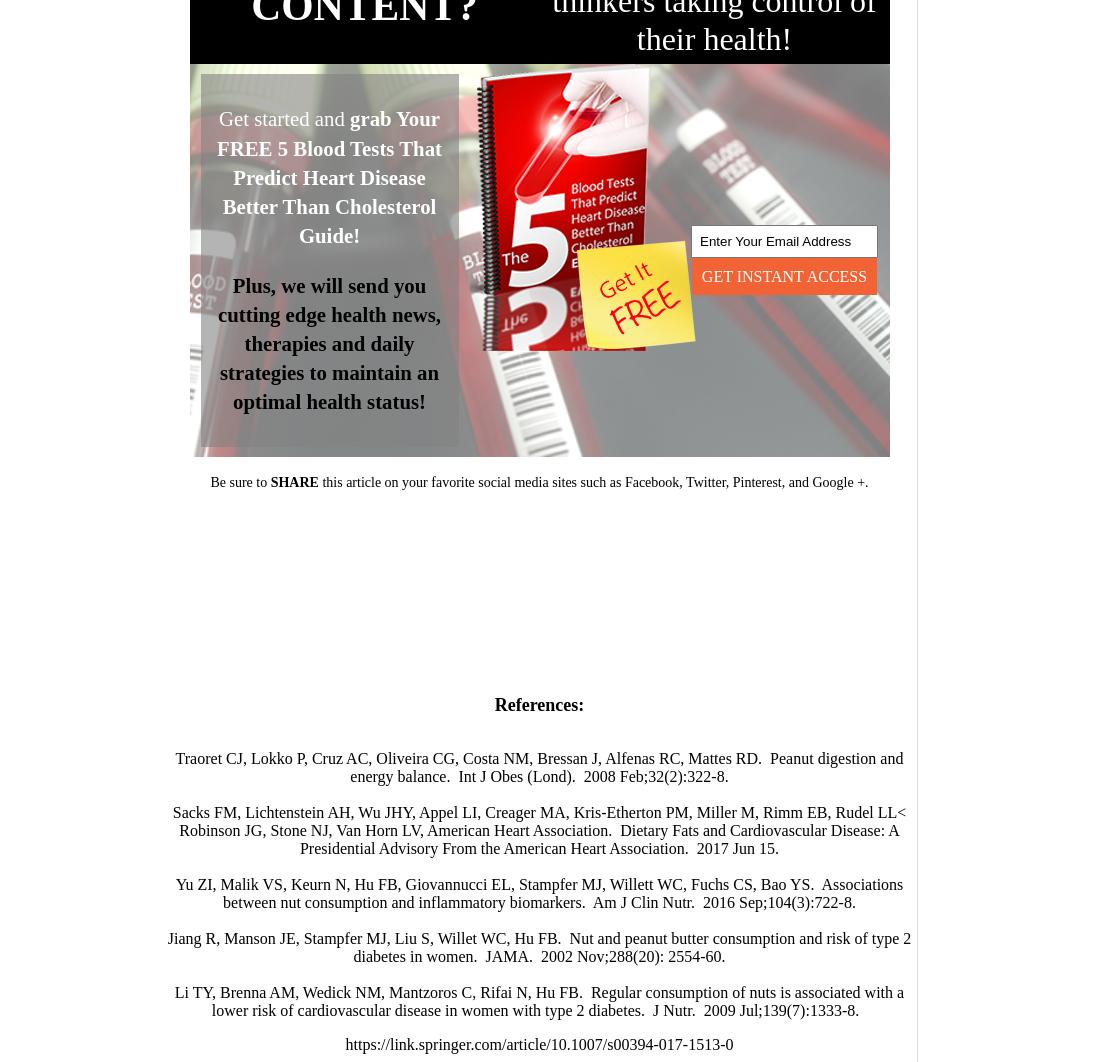  Describe the element at coordinates (284, 118) in the screenshot. I see `'Get started and'` at that location.